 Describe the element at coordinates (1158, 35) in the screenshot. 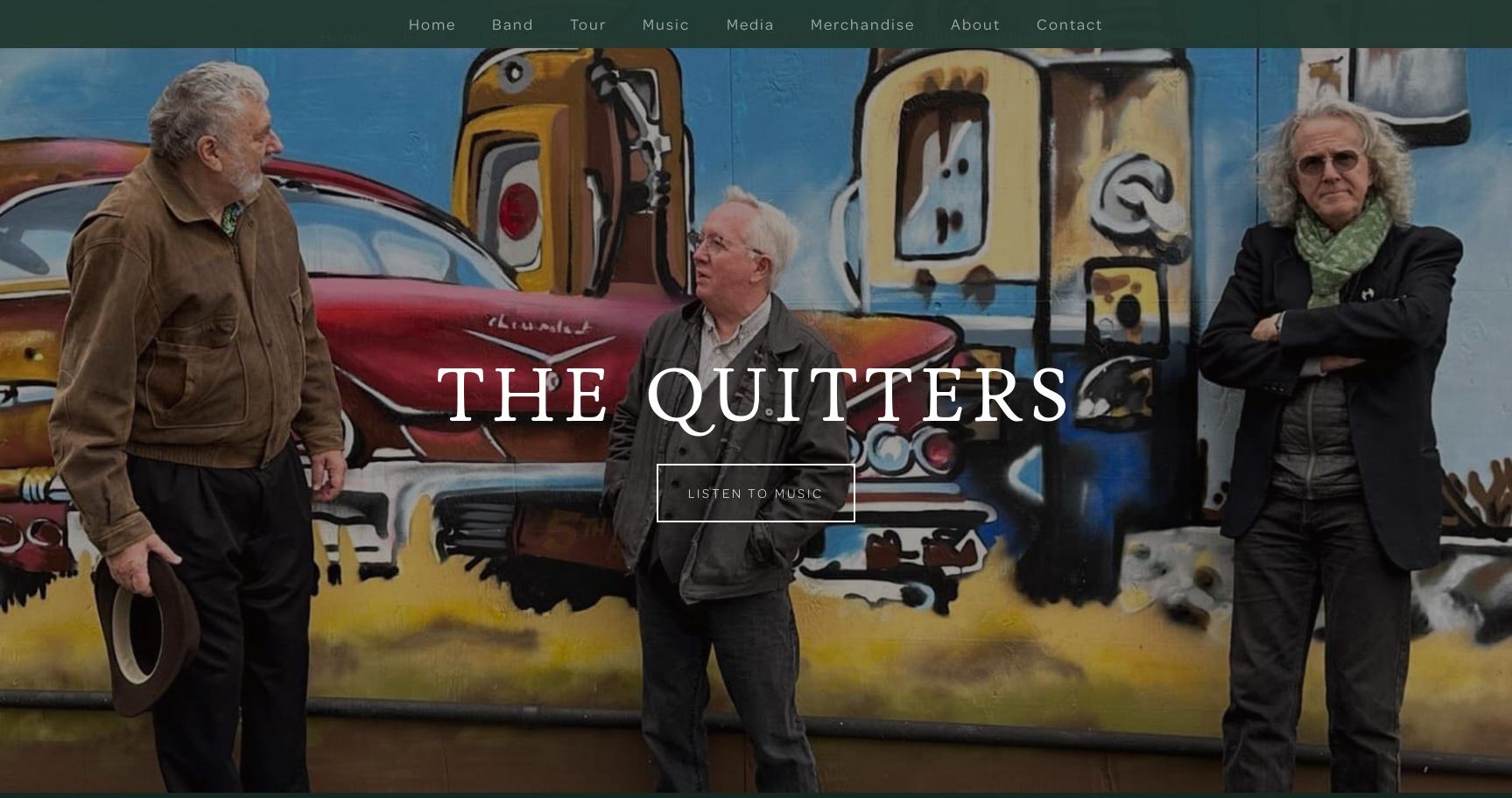

I see `'About'` at that location.